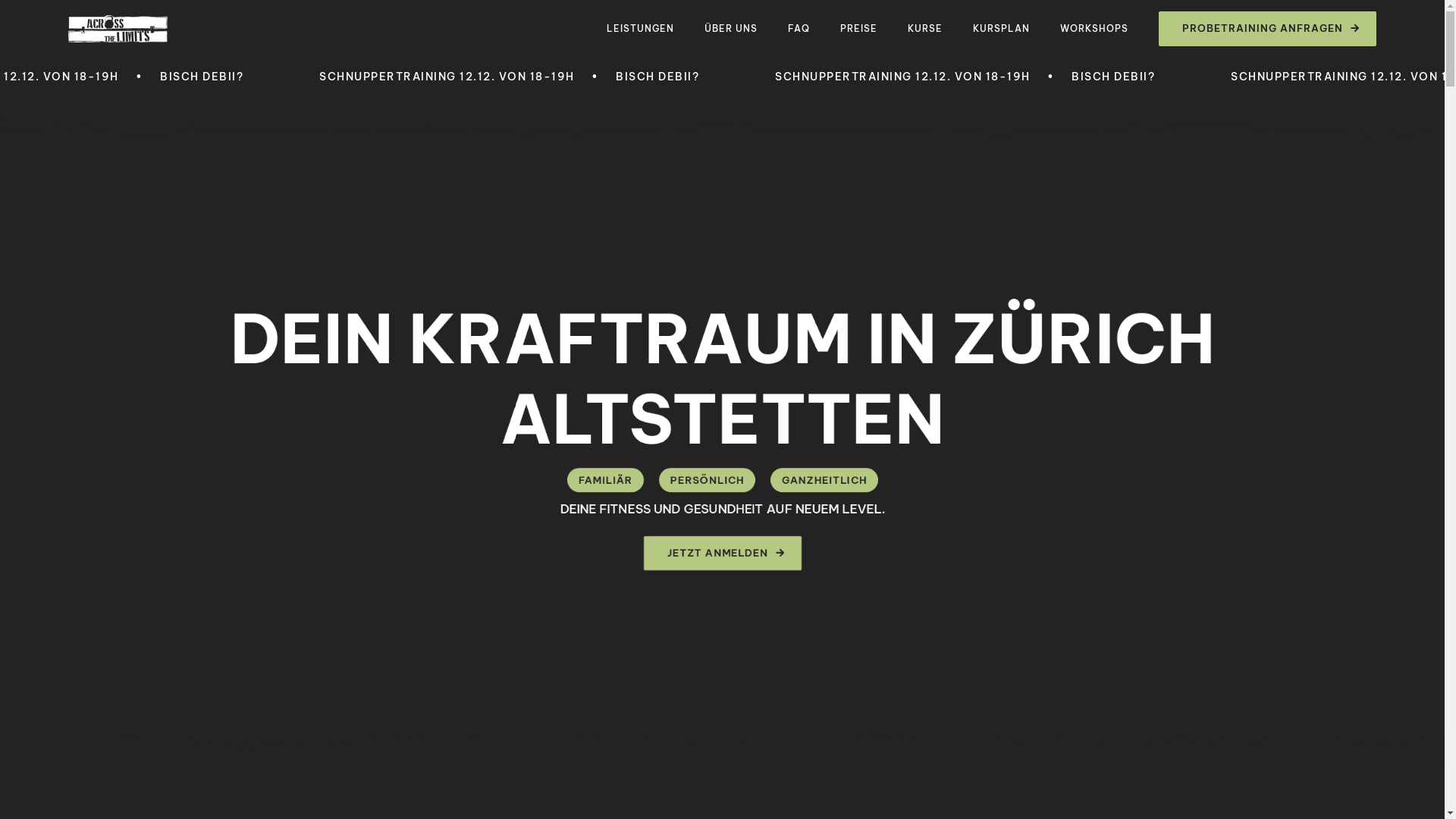 Image resolution: width=1456 pixels, height=819 pixels. What do you see at coordinates (939, 29) in the screenshot?
I see `'KURSE'` at bounding box center [939, 29].